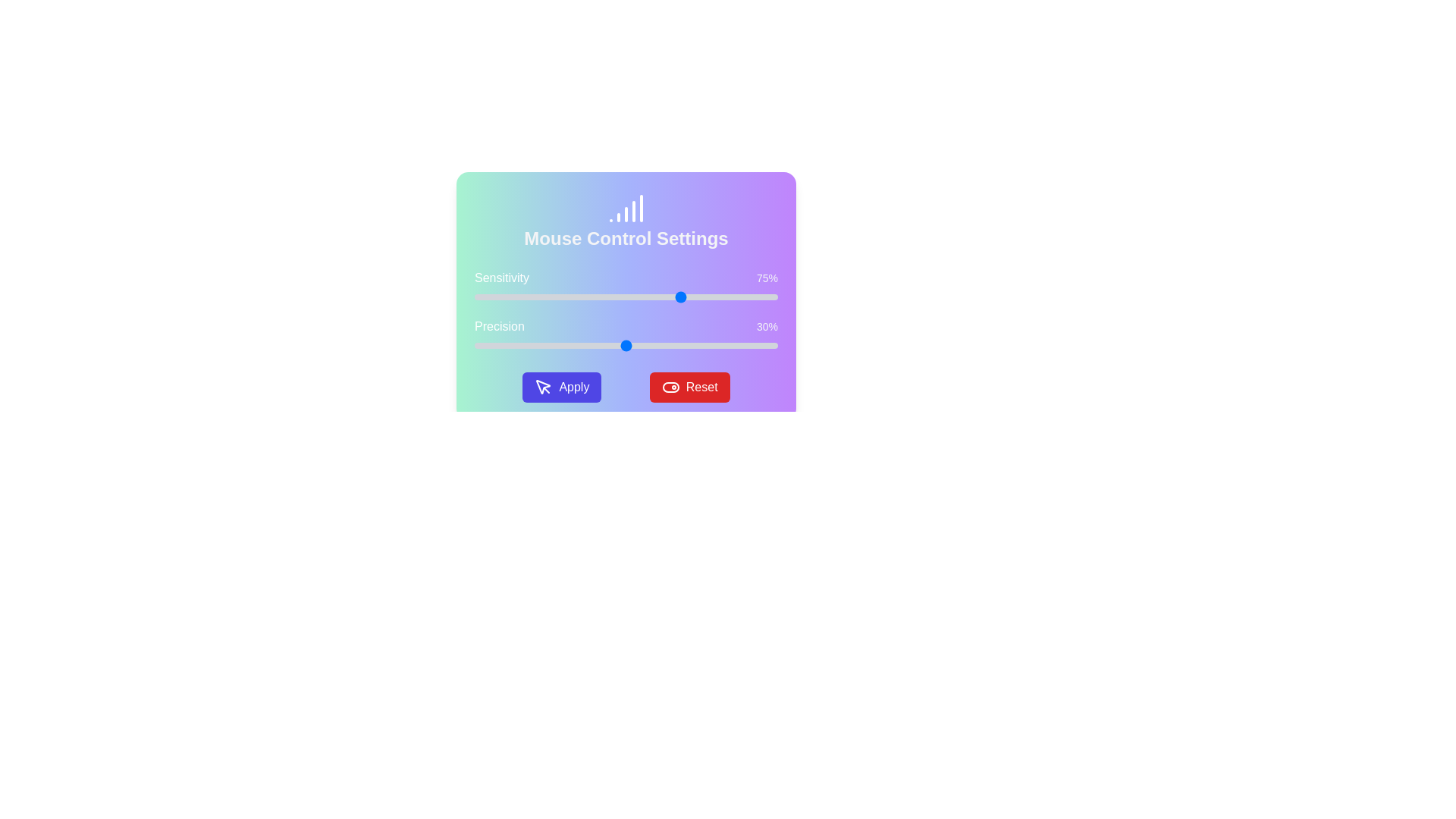 The image size is (1456, 819). Describe the element at coordinates (767, 278) in the screenshot. I see `the static text label displaying '75%' that is positioned to the right of the 'Sensitivity' label and aligns with the sensitivity slider` at that location.